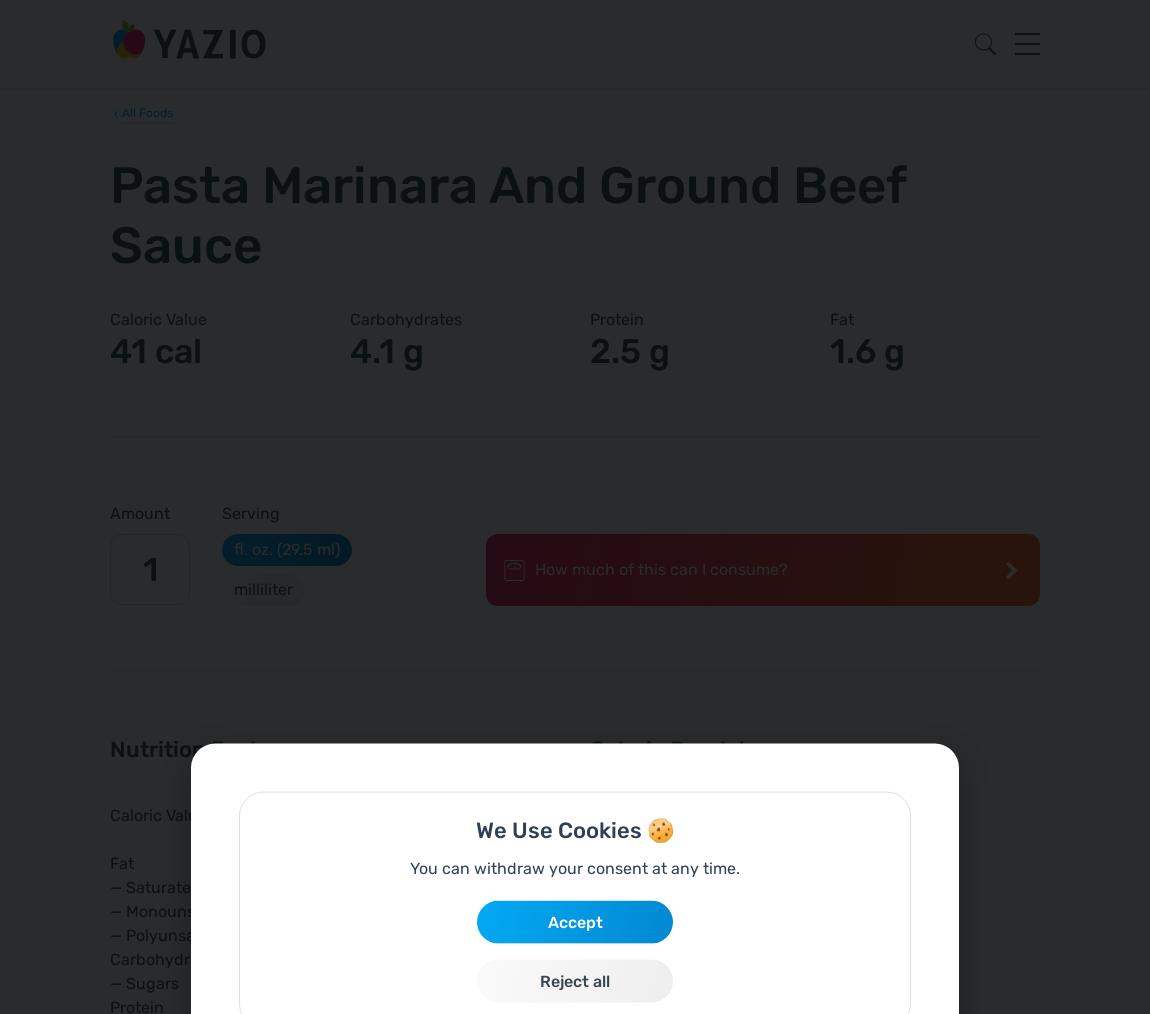 Image resolution: width=1150 pixels, height=1014 pixels. I want to click on '40.0 %', so click(868, 821).